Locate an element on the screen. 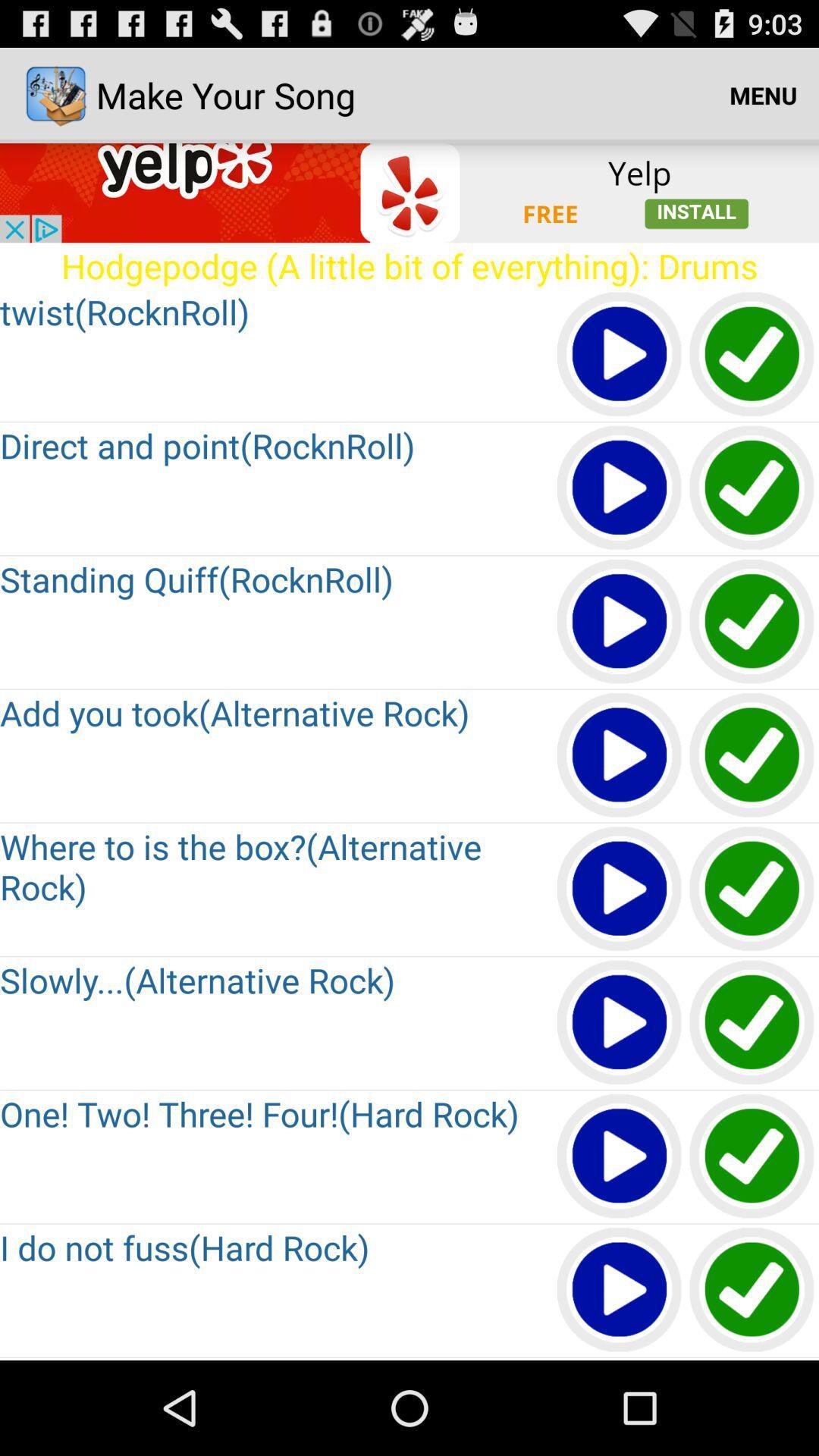 This screenshot has width=819, height=1456. all is located at coordinates (620, 488).